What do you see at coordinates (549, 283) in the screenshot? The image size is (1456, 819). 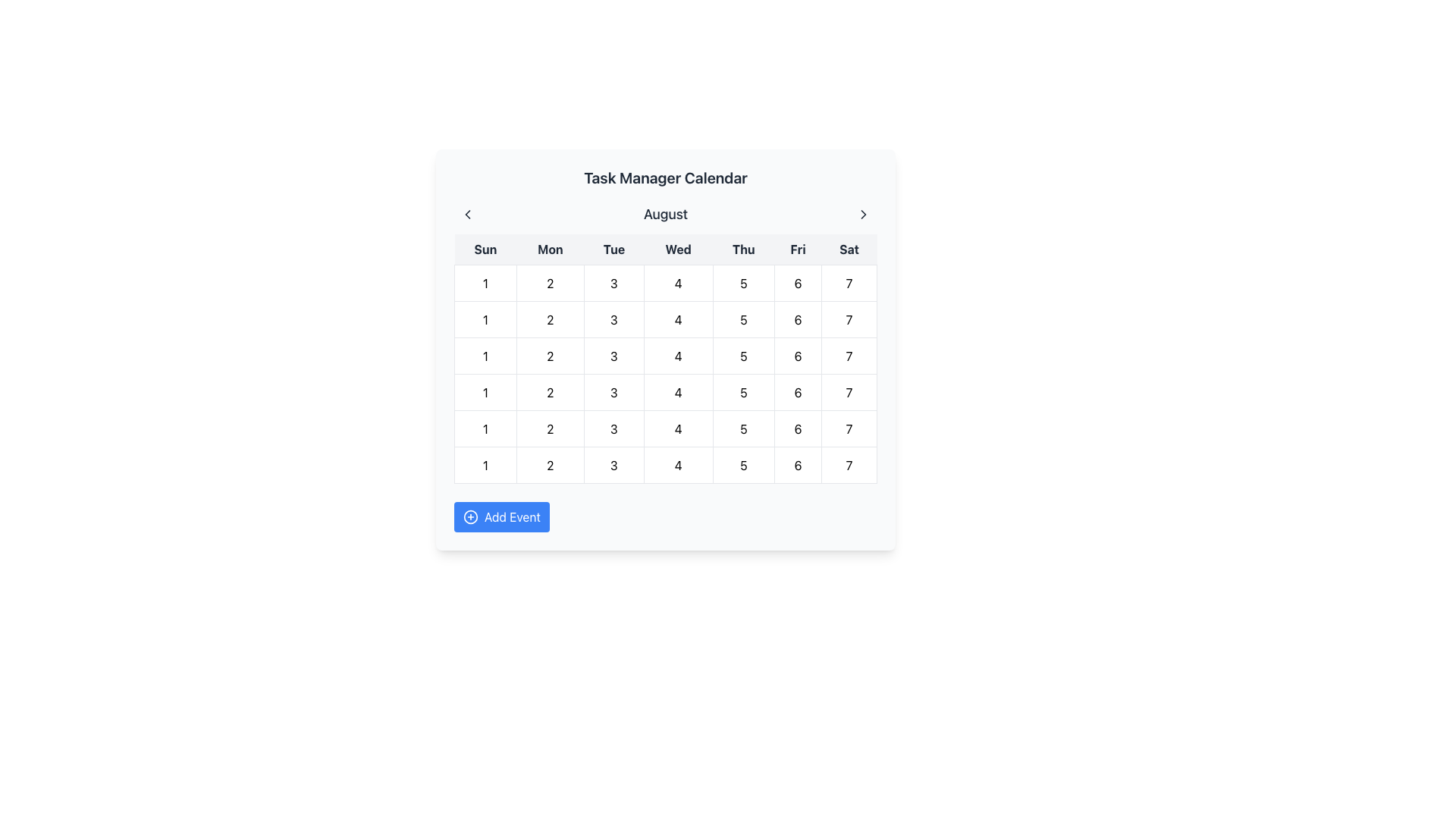 I see `the Text Display Box representing the second day of the calendar` at bounding box center [549, 283].